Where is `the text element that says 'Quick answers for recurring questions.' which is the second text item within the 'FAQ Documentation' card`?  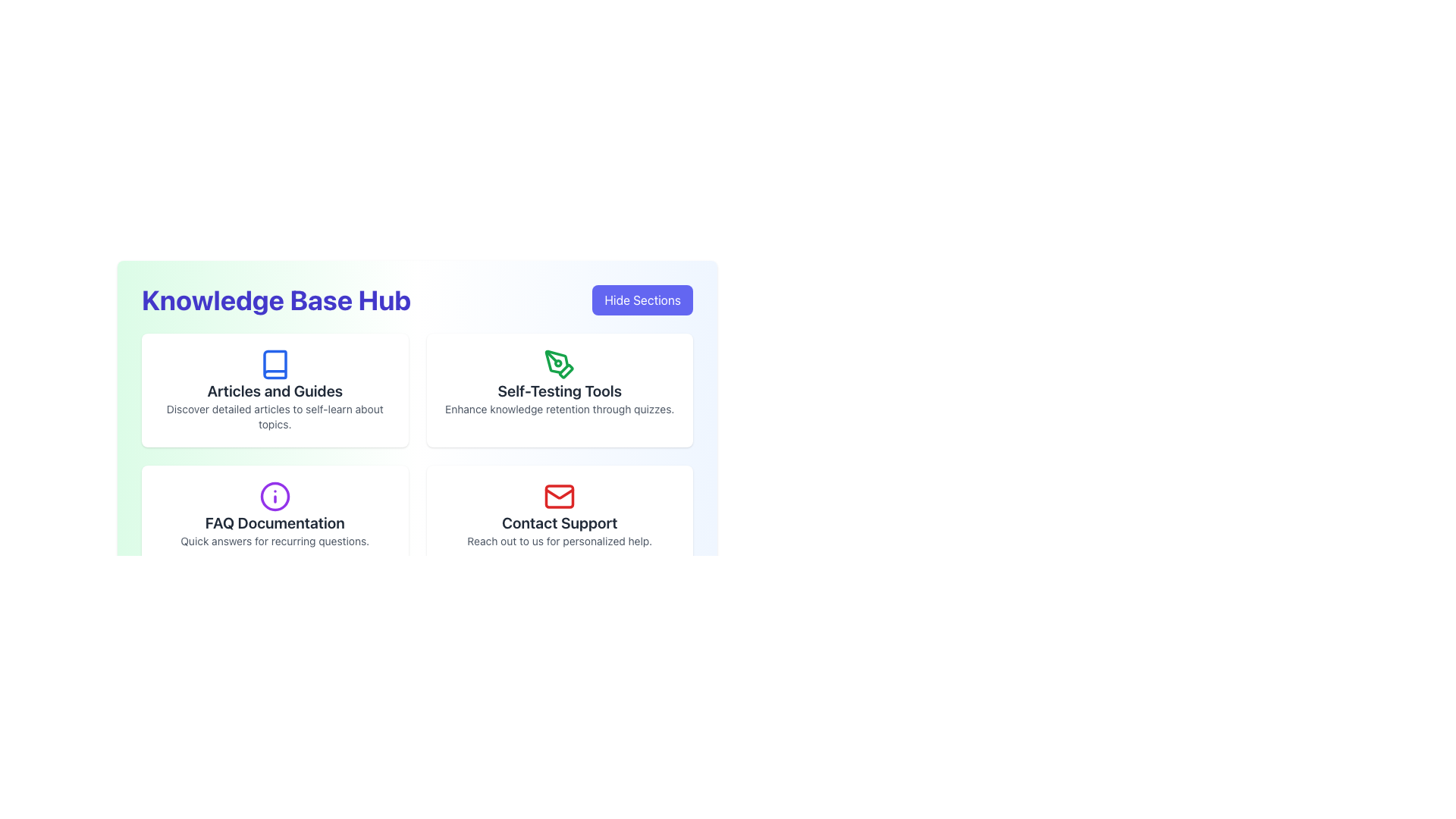
the text element that says 'Quick answers for recurring questions.' which is the second text item within the 'FAQ Documentation' card is located at coordinates (275, 540).